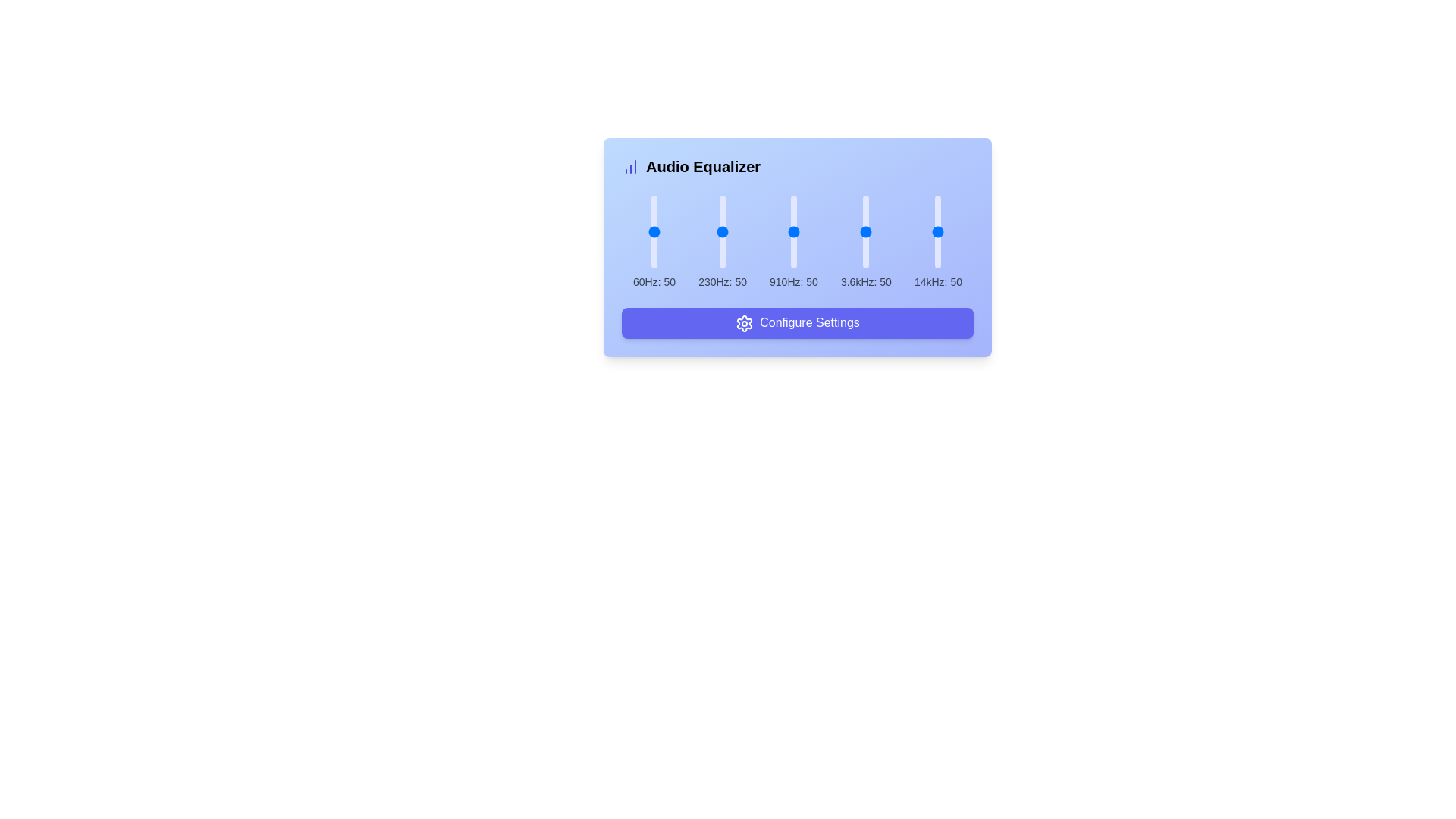 The width and height of the screenshot is (1456, 819). What do you see at coordinates (866, 214) in the screenshot?
I see `the 3.6kHz slider` at bounding box center [866, 214].